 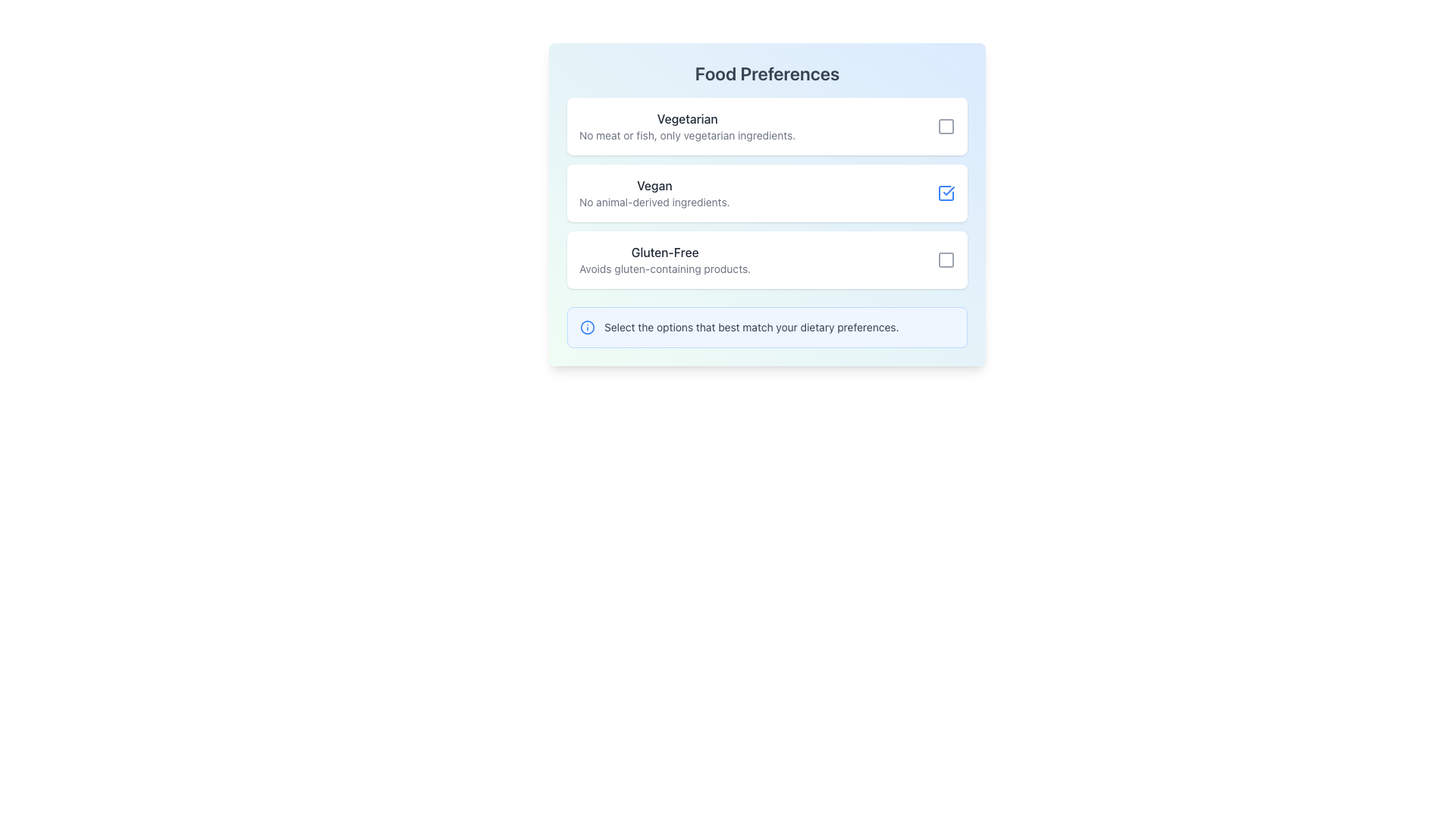 What do you see at coordinates (665, 268) in the screenshot?
I see `text label that states 'Avoids gluten-containing products.' located below the 'Gluten-Free' heading in the 'Food Preferences' section` at bounding box center [665, 268].